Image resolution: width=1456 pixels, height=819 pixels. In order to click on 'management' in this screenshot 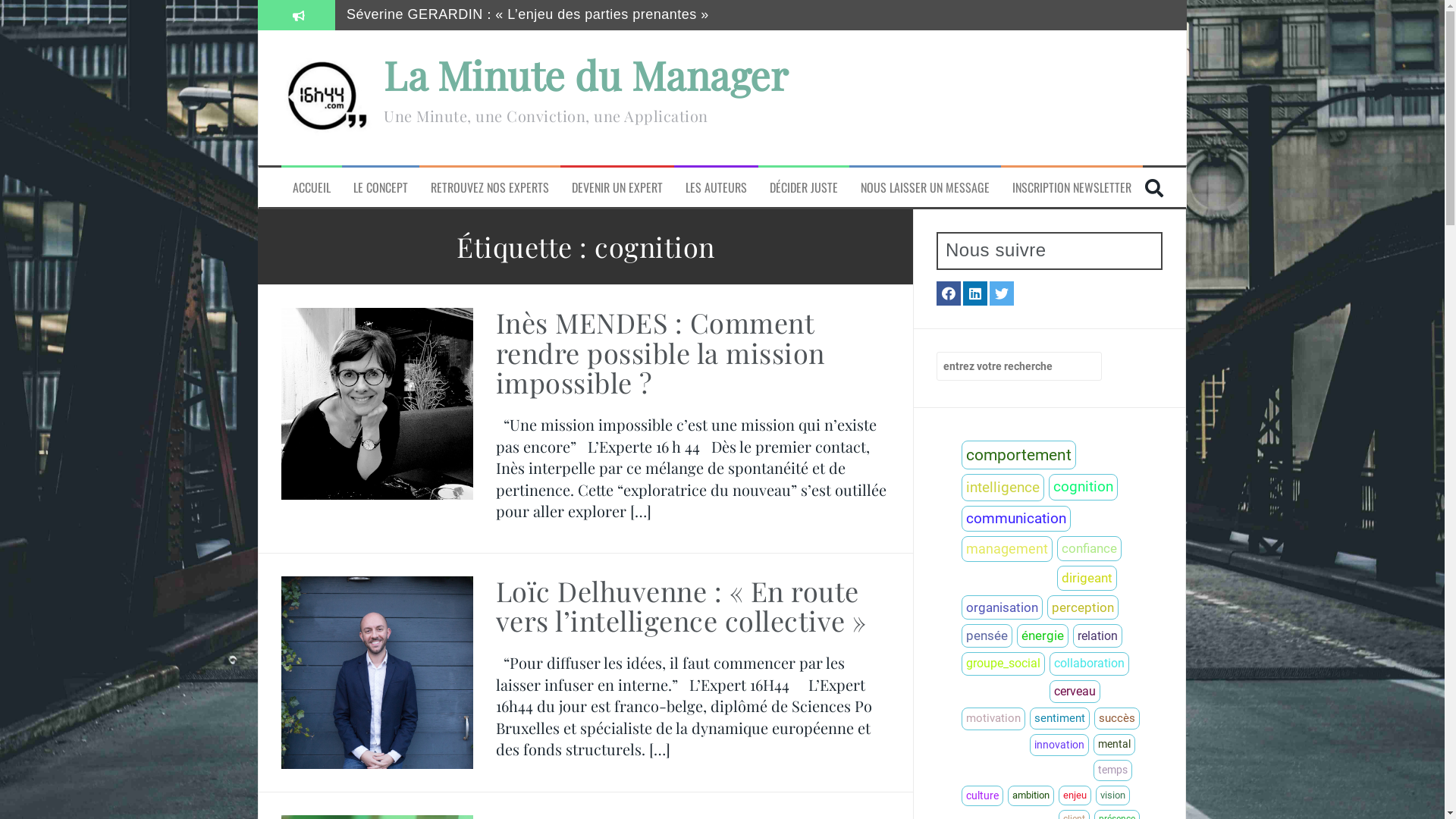, I will do `click(1007, 549)`.